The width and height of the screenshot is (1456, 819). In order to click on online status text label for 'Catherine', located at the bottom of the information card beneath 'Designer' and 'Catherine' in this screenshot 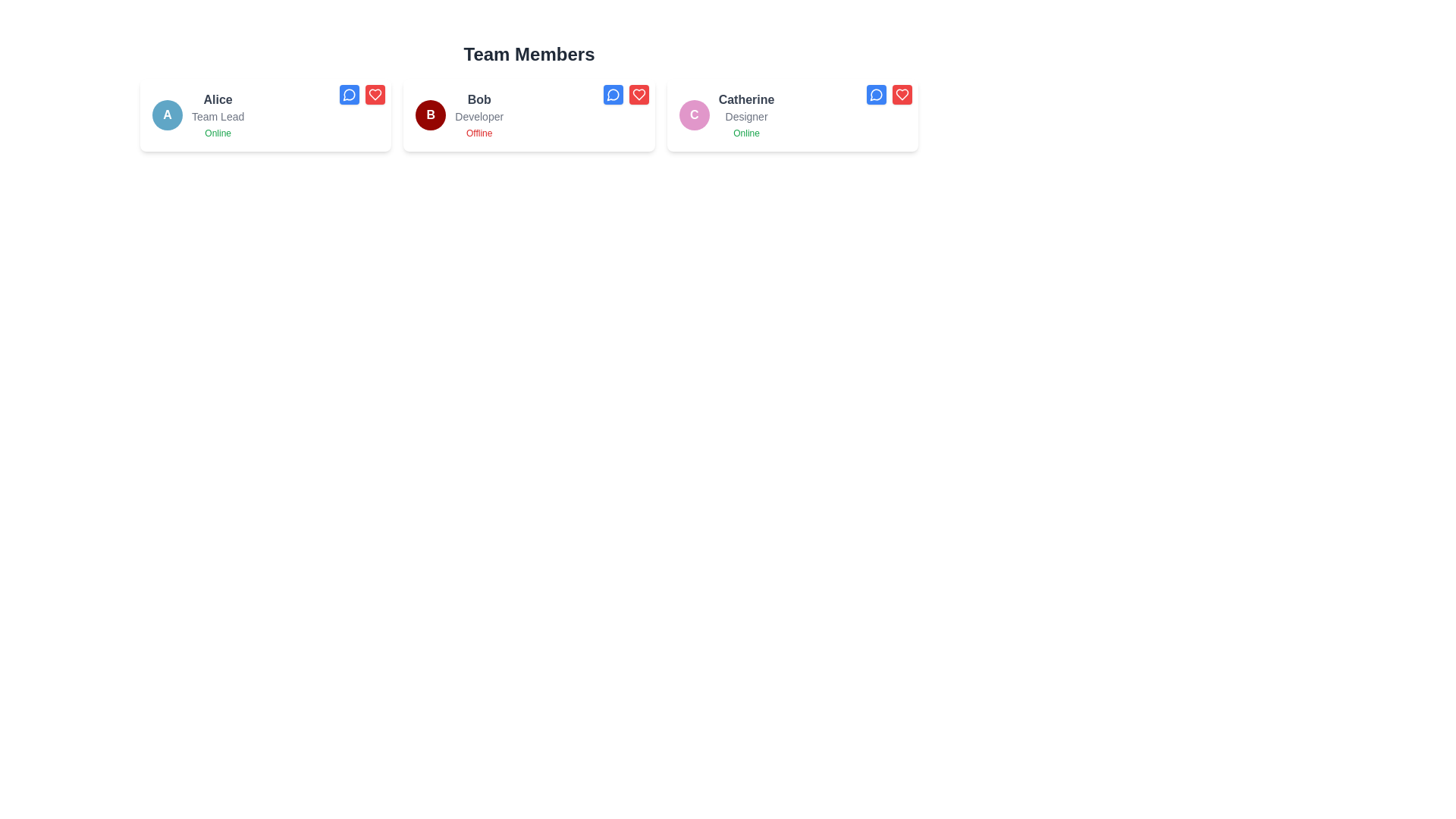, I will do `click(746, 133)`.